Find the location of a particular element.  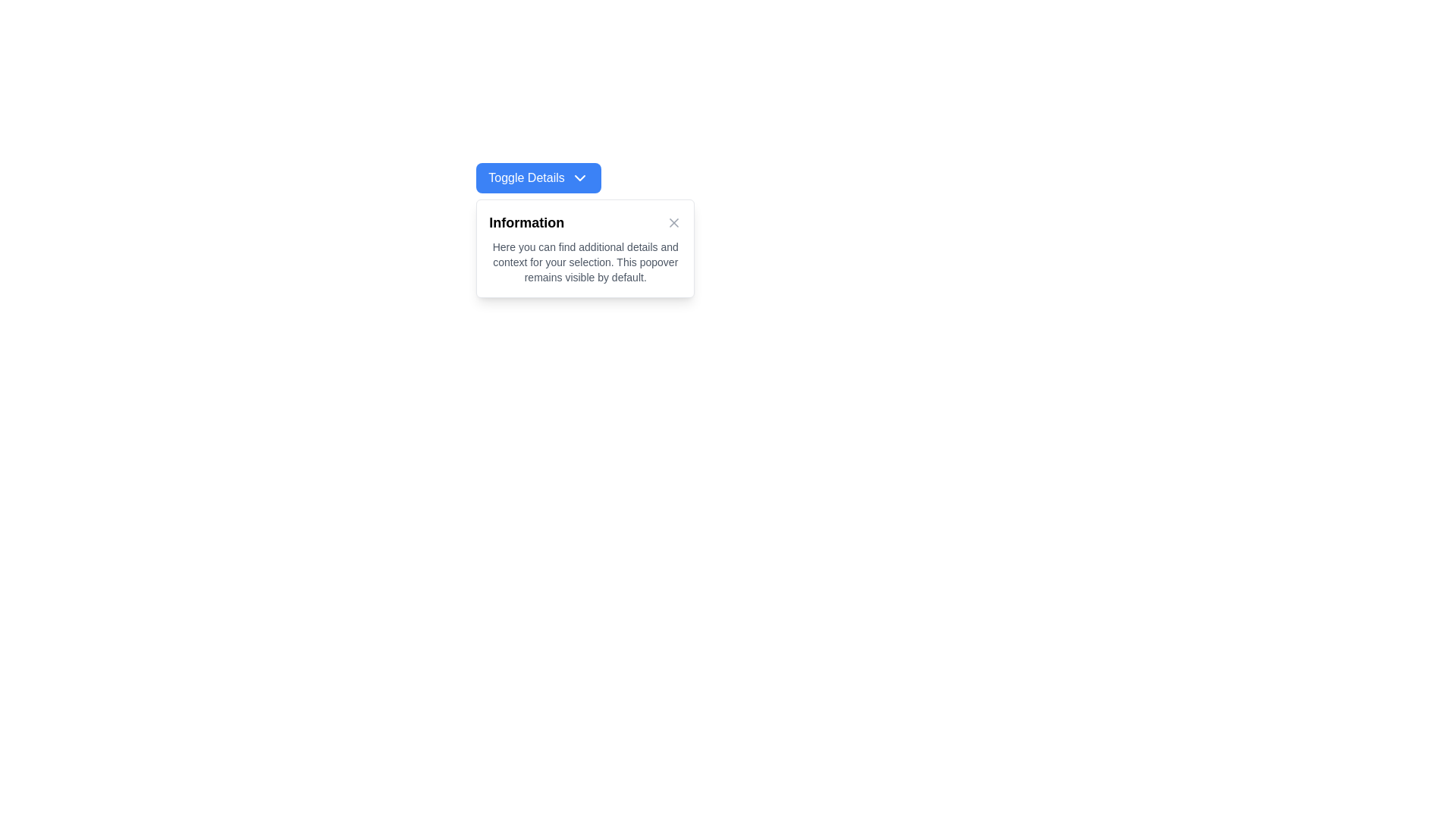

the descriptive text element located in the 'Information' panel, which provides additional context or guidance to the user is located at coordinates (585, 262).